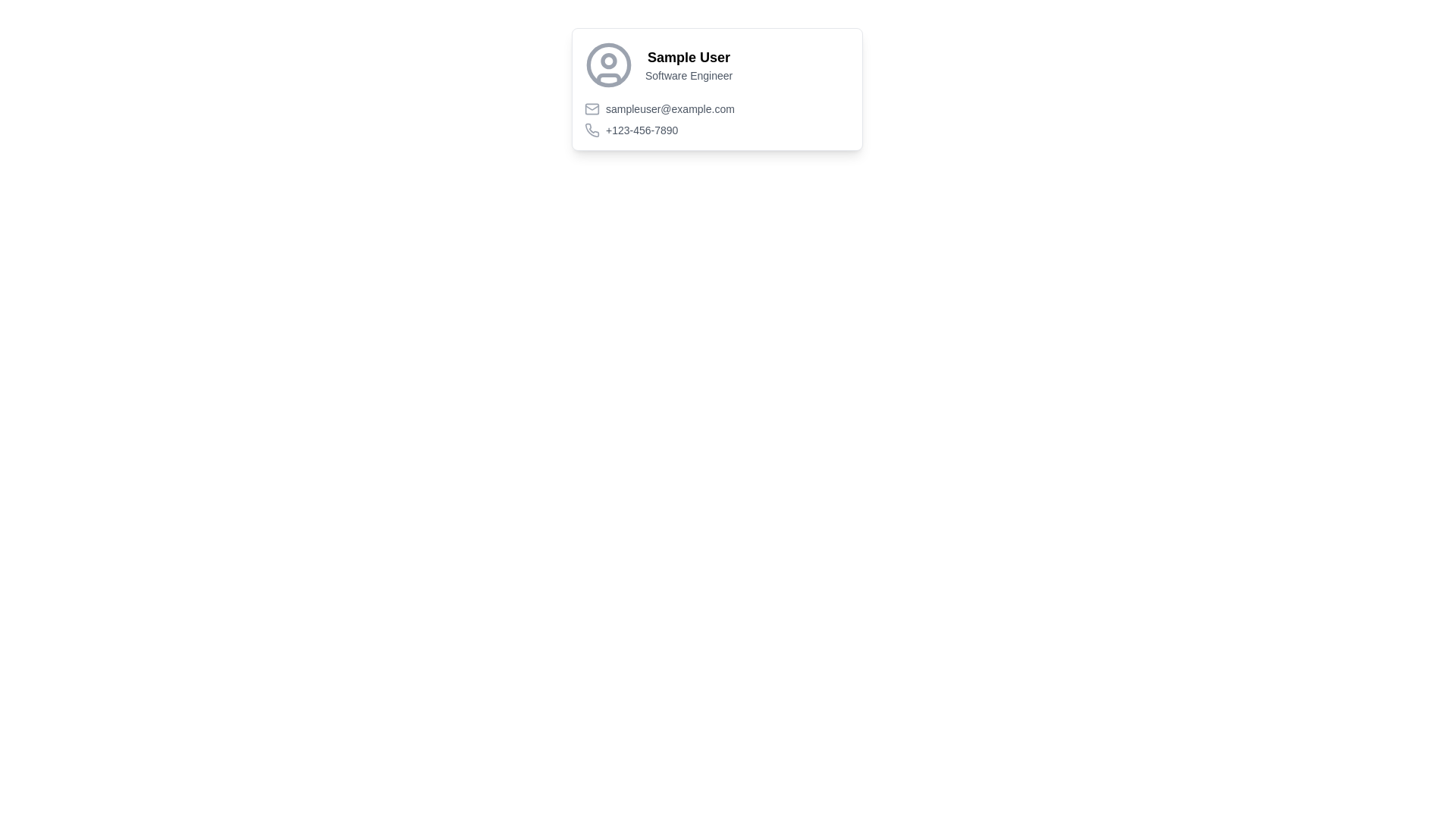  I want to click on the user name text label located at the top-left section of the card interface, which is positioned above the subtitle 'Software Engineer', so click(688, 57).